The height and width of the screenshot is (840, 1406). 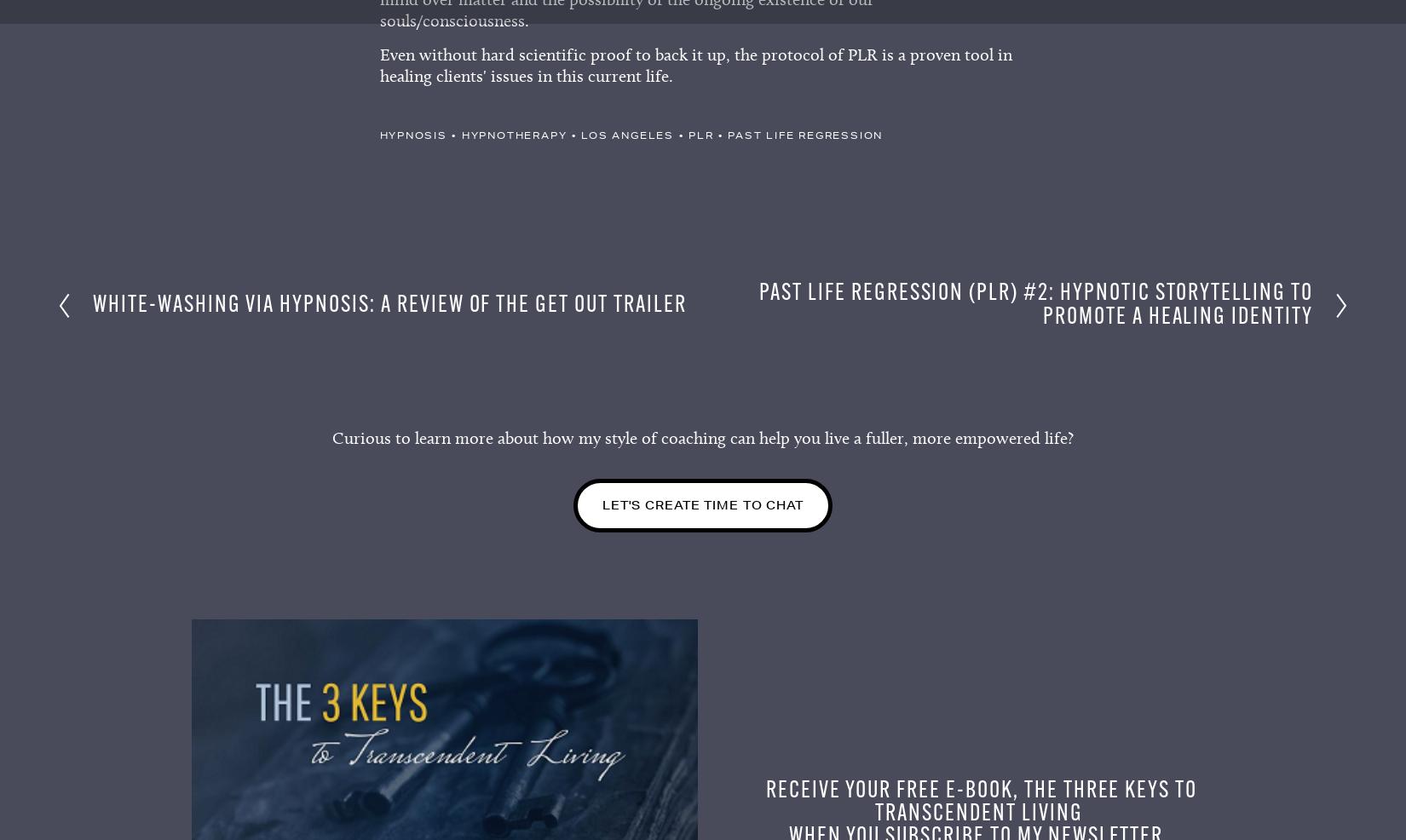 I want to click on 'Curious to learn more about how my style of coaching can help you live a fuller, more empowered life?', so click(x=703, y=442).